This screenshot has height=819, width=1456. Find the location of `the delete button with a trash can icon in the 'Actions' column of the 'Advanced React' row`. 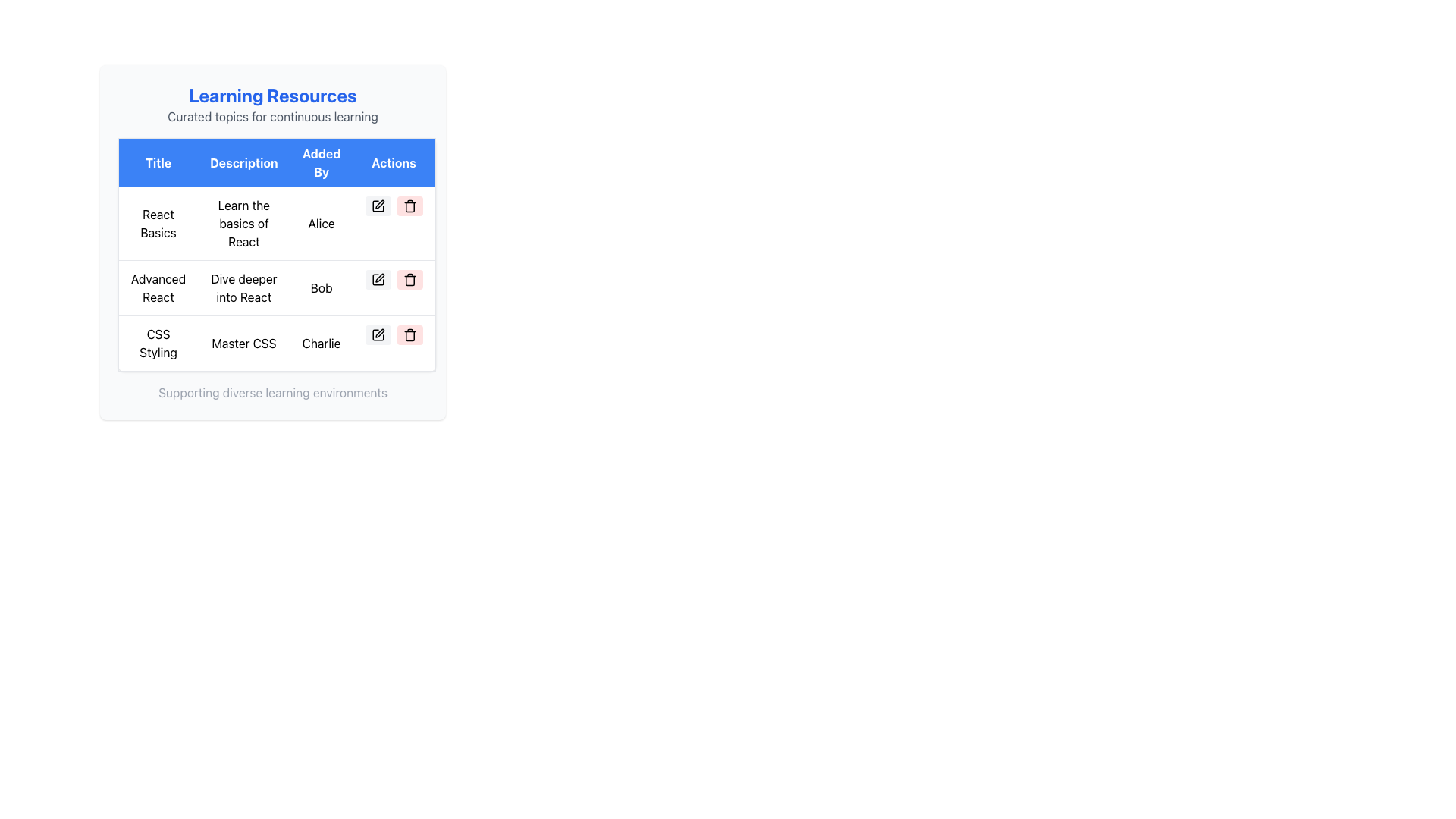

the delete button with a trash can icon in the 'Actions' column of the 'Advanced React' row is located at coordinates (409, 280).